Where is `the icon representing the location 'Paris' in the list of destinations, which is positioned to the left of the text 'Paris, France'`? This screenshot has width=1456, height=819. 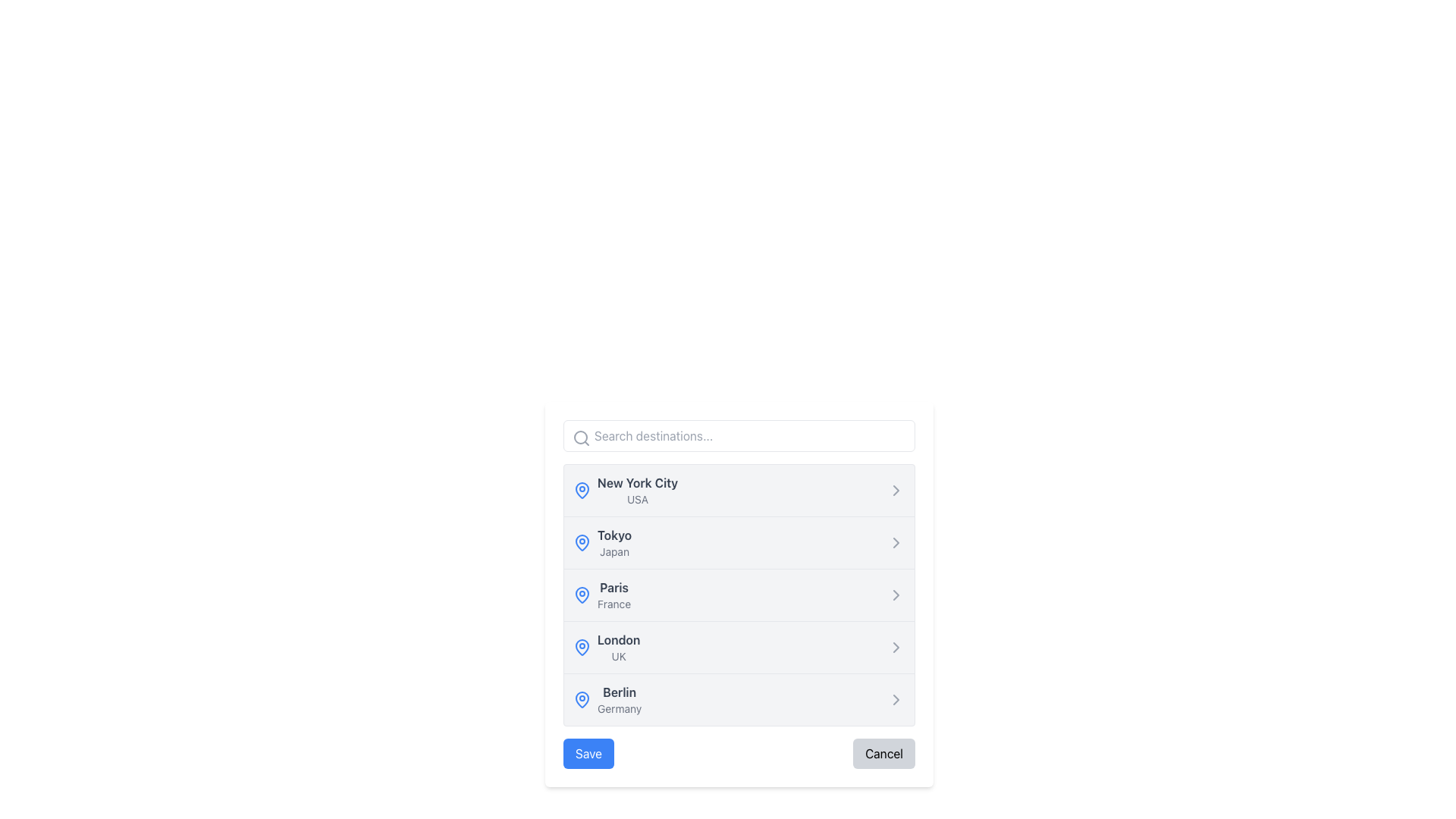
the icon representing the location 'Paris' in the list of destinations, which is positioned to the left of the text 'Paris, France' is located at coordinates (582, 593).